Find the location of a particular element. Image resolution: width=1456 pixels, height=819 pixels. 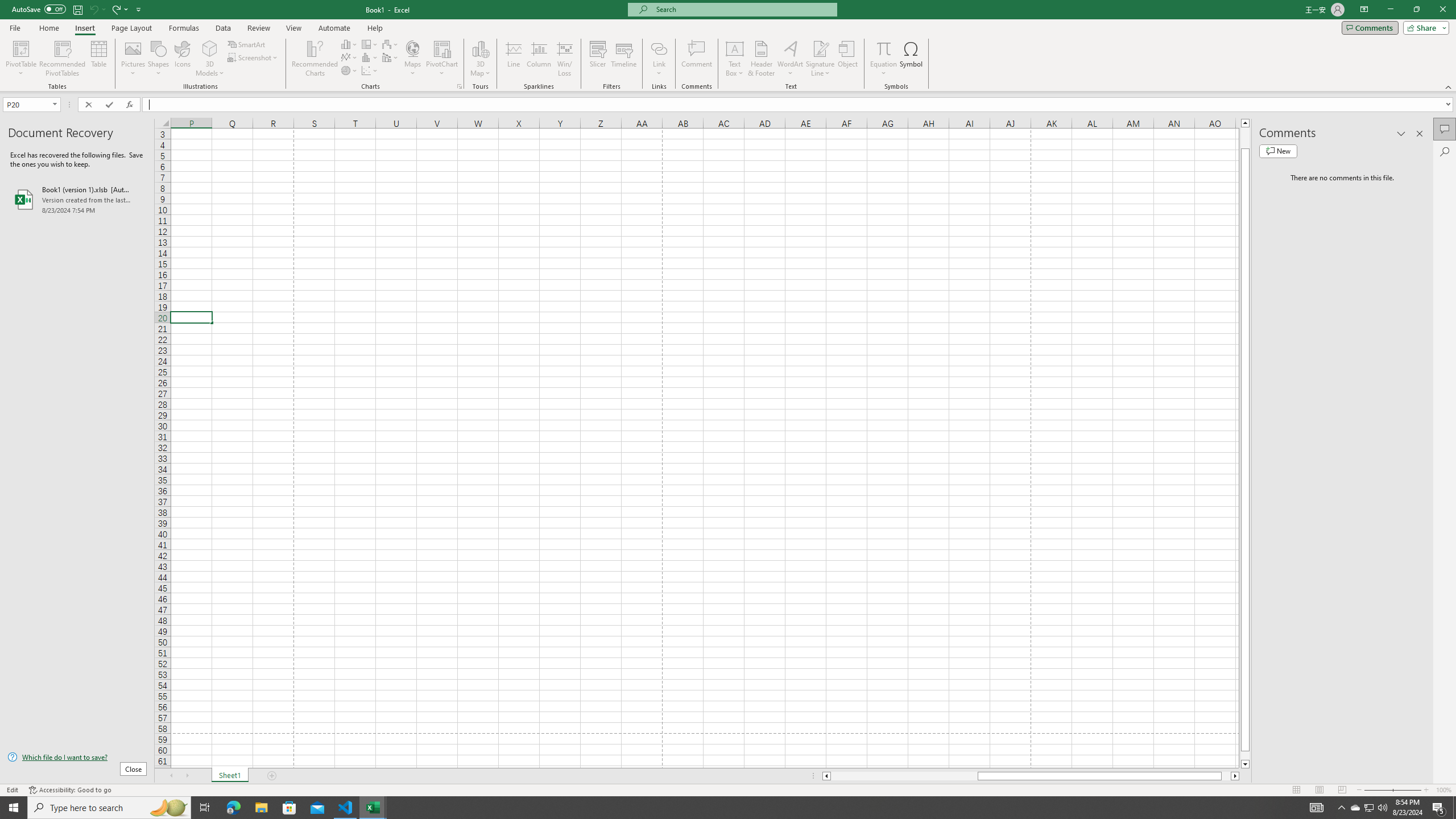

'Insert Scatter (X, Y) or Bubble Chart' is located at coordinates (369, 69).